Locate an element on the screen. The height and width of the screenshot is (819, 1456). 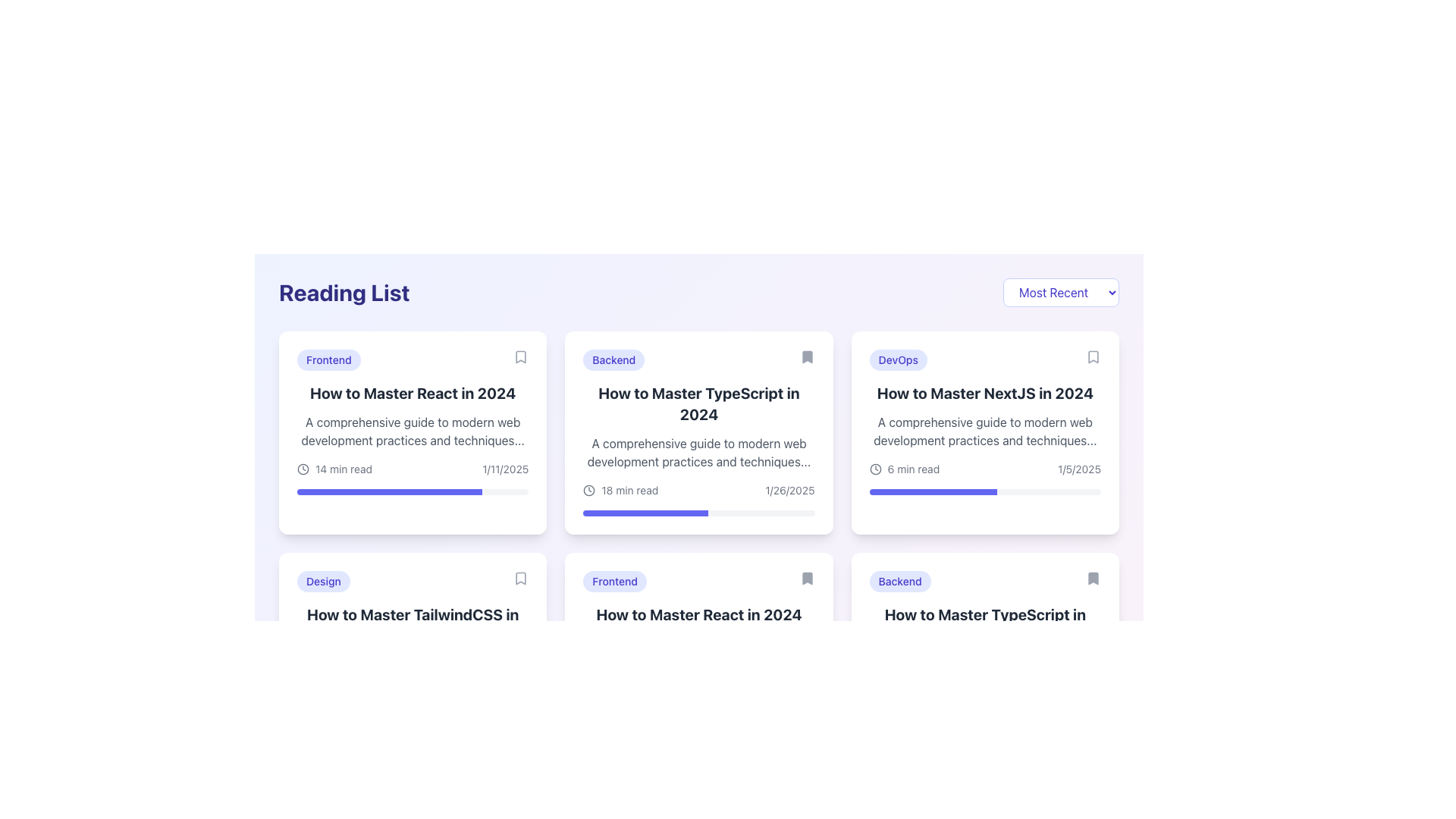
the bookmark icon located at the top-right corner of the 'How to Master TailwindCSS in 2024' card is located at coordinates (521, 579).